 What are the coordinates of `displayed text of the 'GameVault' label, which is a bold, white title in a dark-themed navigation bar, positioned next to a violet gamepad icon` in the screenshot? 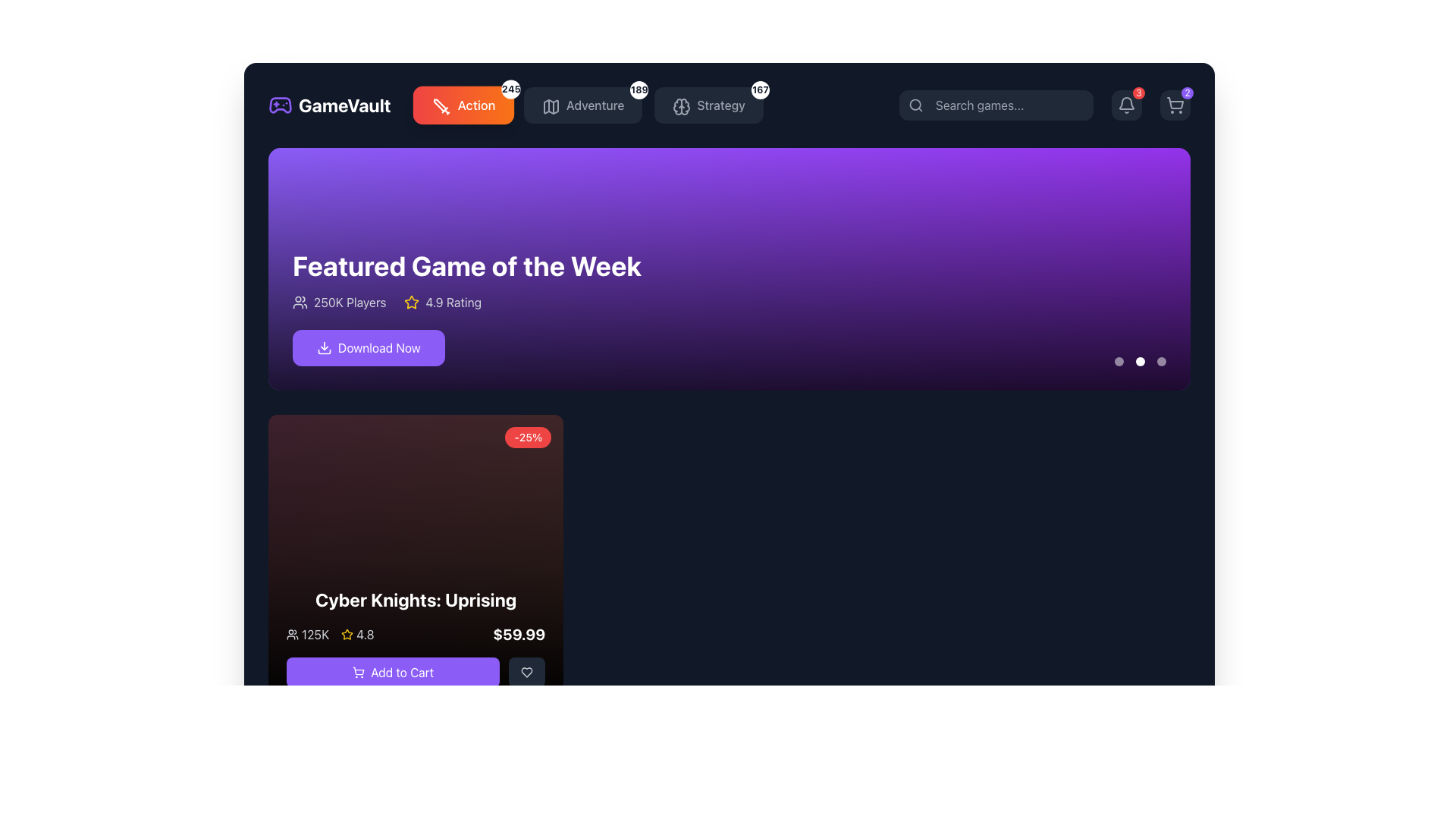 It's located at (344, 104).